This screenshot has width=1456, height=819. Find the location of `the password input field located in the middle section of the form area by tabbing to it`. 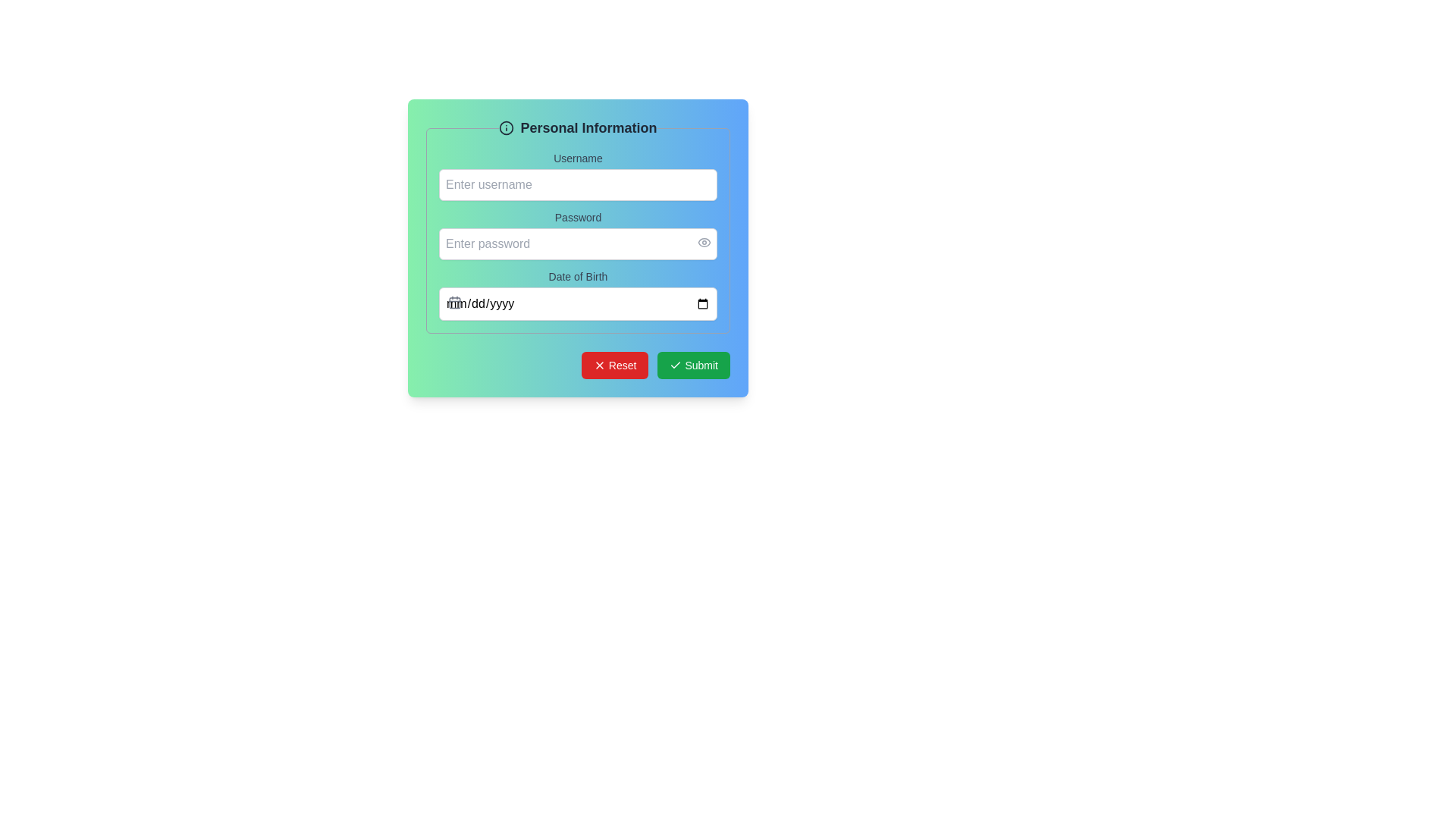

the password input field located in the middle section of the form area by tabbing to it is located at coordinates (577, 247).